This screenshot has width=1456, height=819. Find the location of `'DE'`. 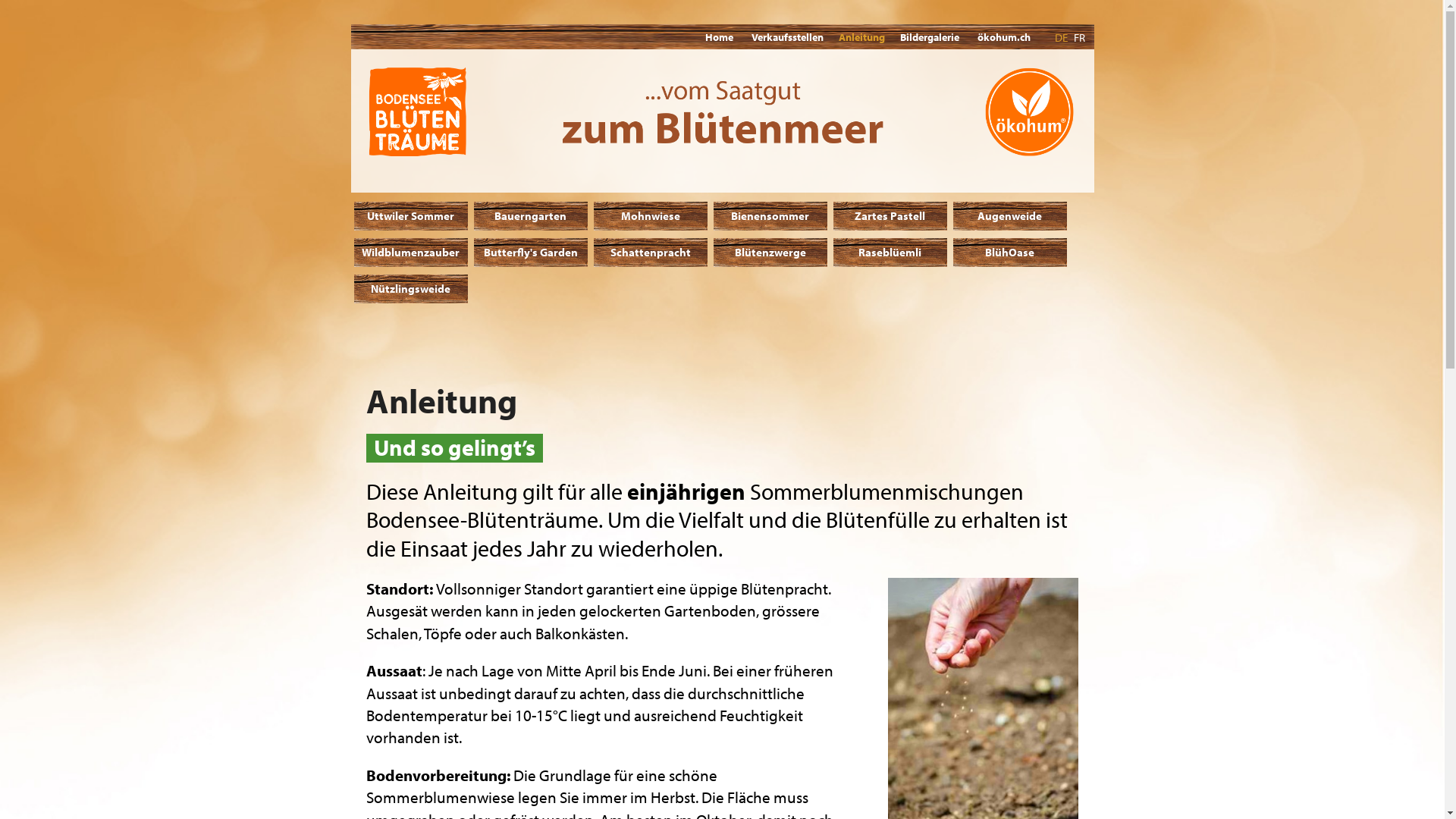

'DE' is located at coordinates (1059, 38).